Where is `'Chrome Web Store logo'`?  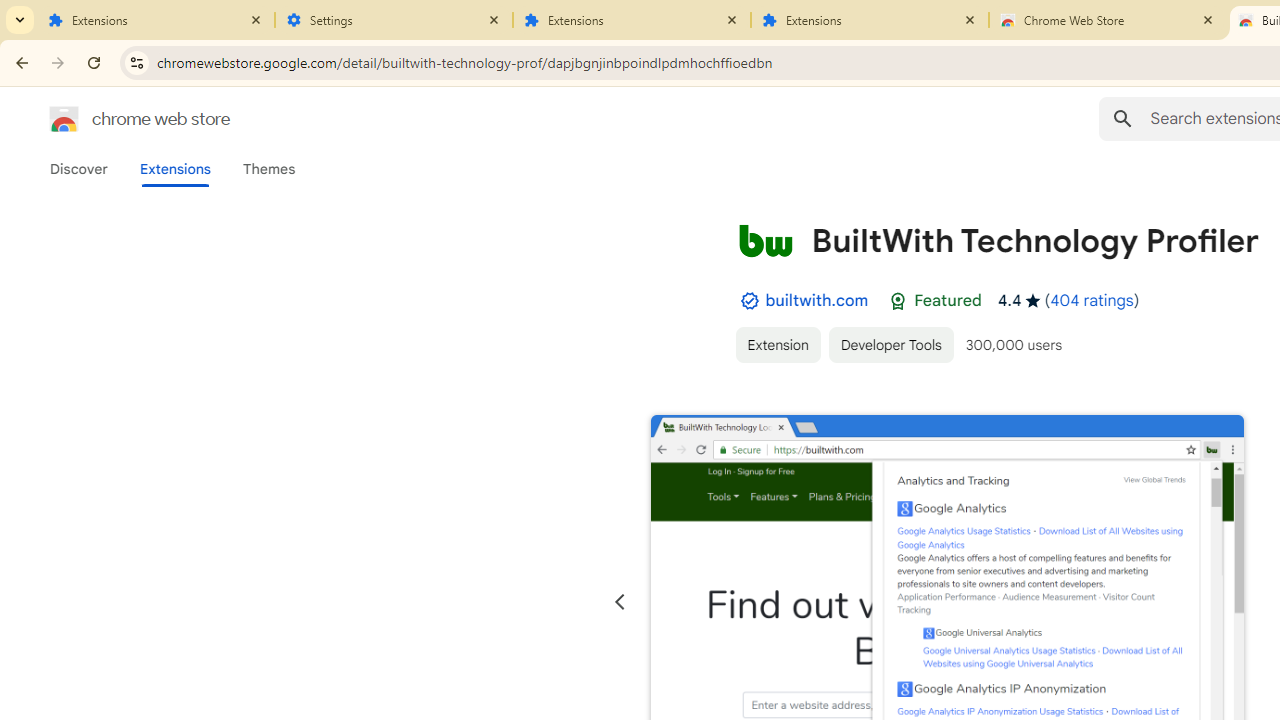
'Chrome Web Store logo' is located at coordinates (64, 119).